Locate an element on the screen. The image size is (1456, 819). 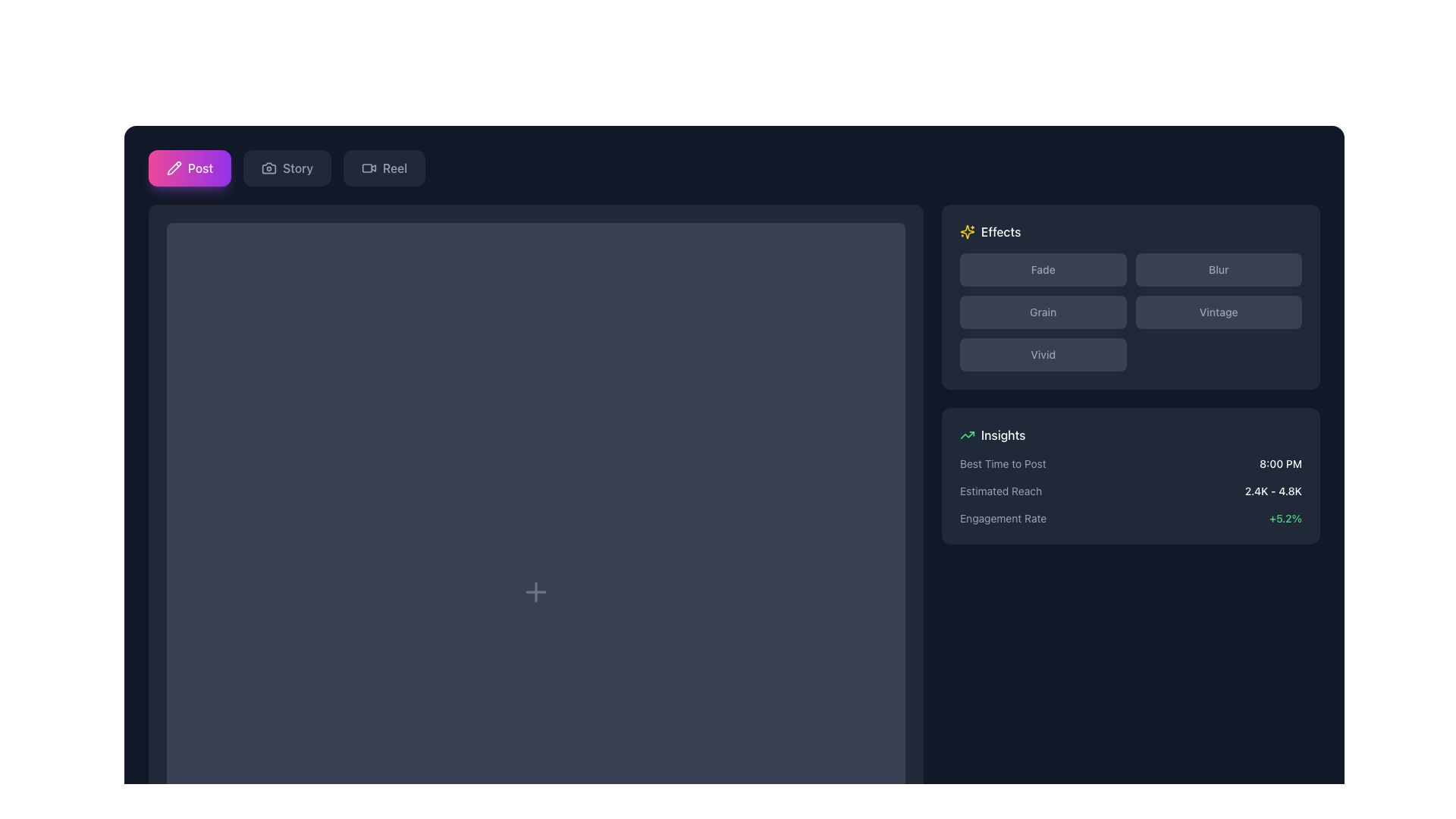
the 'Vivid' effect button located in the bottom-left corner of the 'Effects' grid, which is the fifth button in the layout is located at coordinates (1042, 354).